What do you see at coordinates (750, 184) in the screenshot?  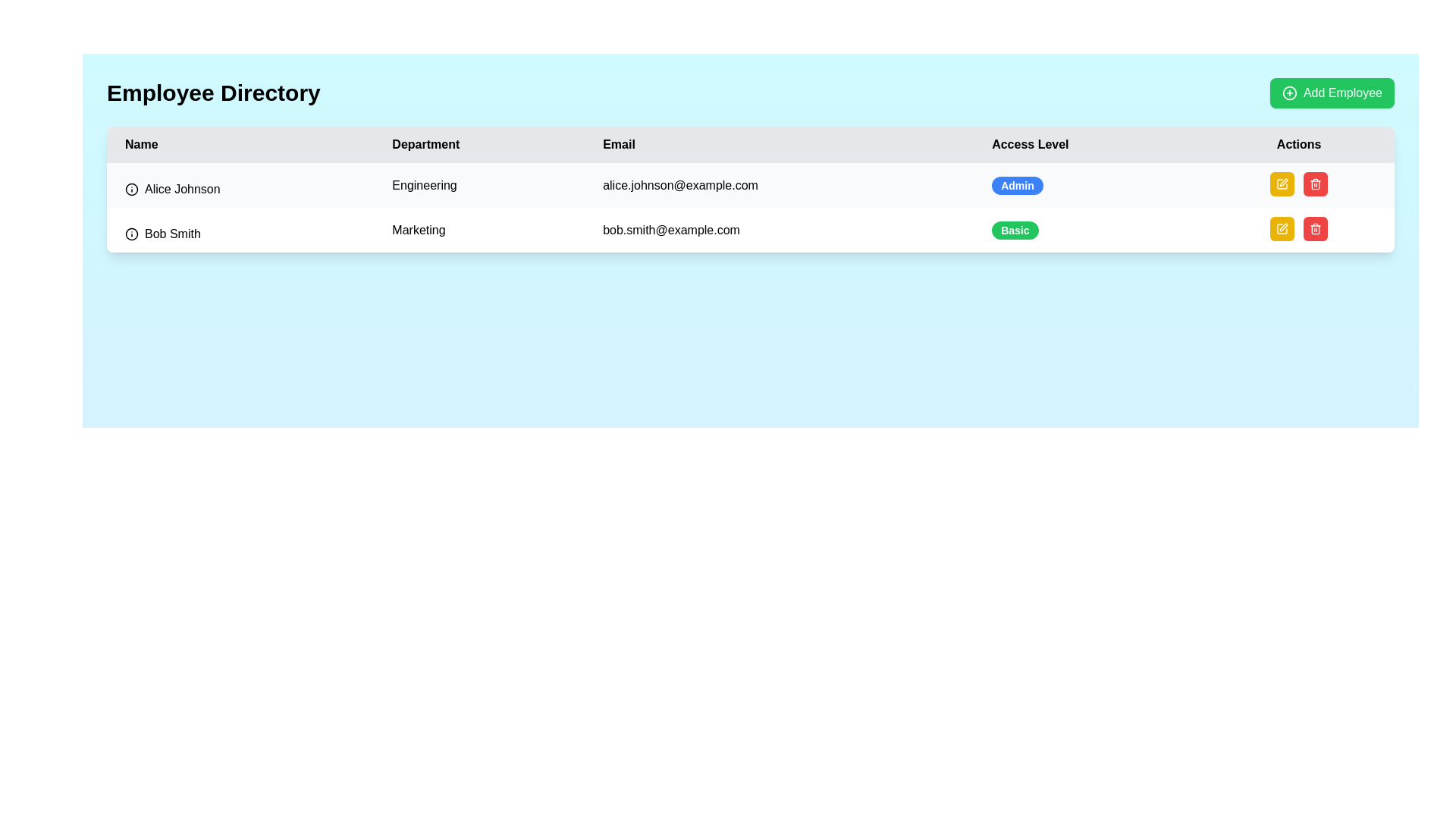 I see `the first row of the employee table containing details of Alice Johnson` at bounding box center [750, 184].